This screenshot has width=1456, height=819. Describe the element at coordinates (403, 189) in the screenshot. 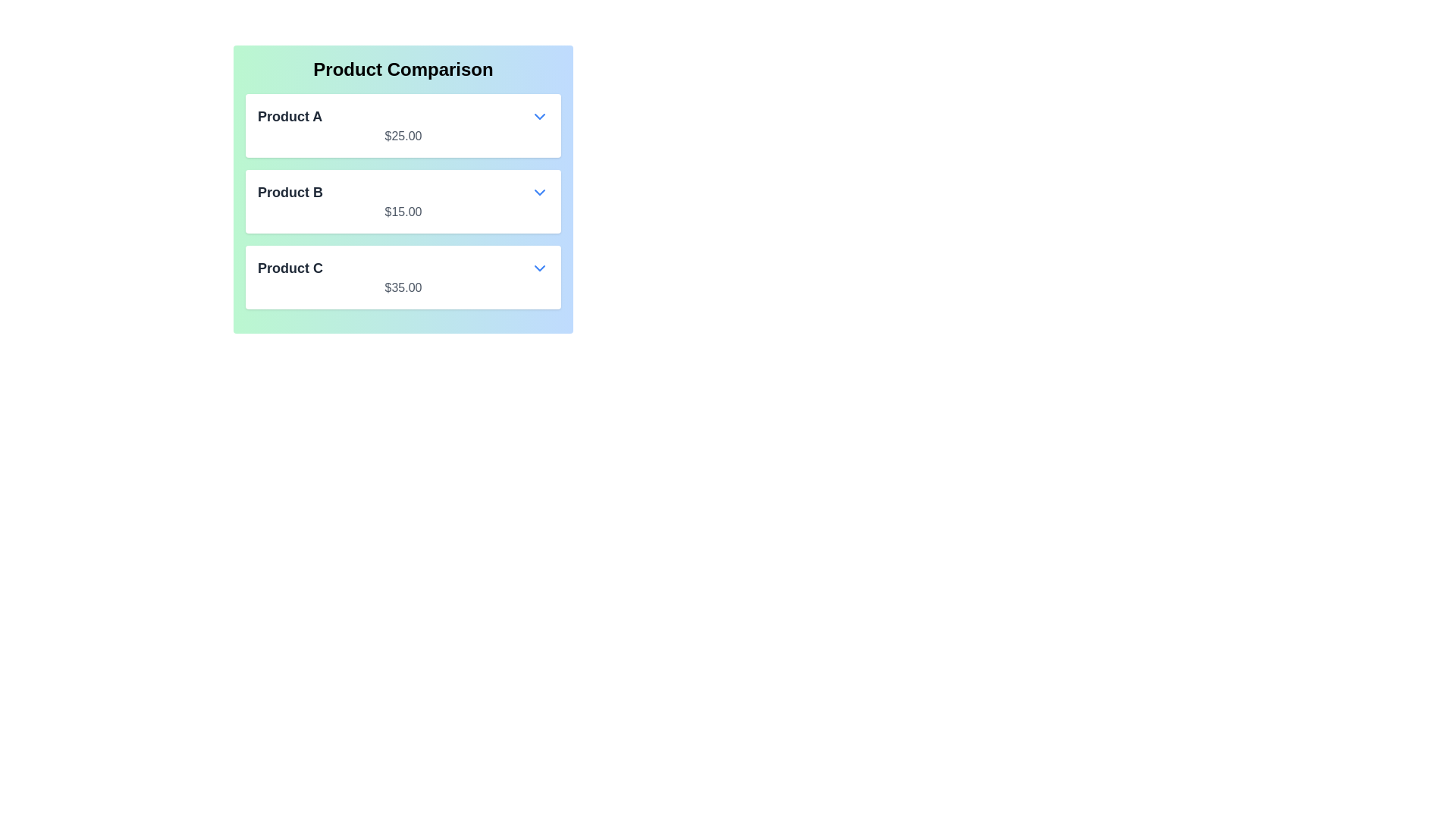

I see `the second product entry in the comparison interface, which is located beneath 'Product A' and above 'Product C'` at that location.